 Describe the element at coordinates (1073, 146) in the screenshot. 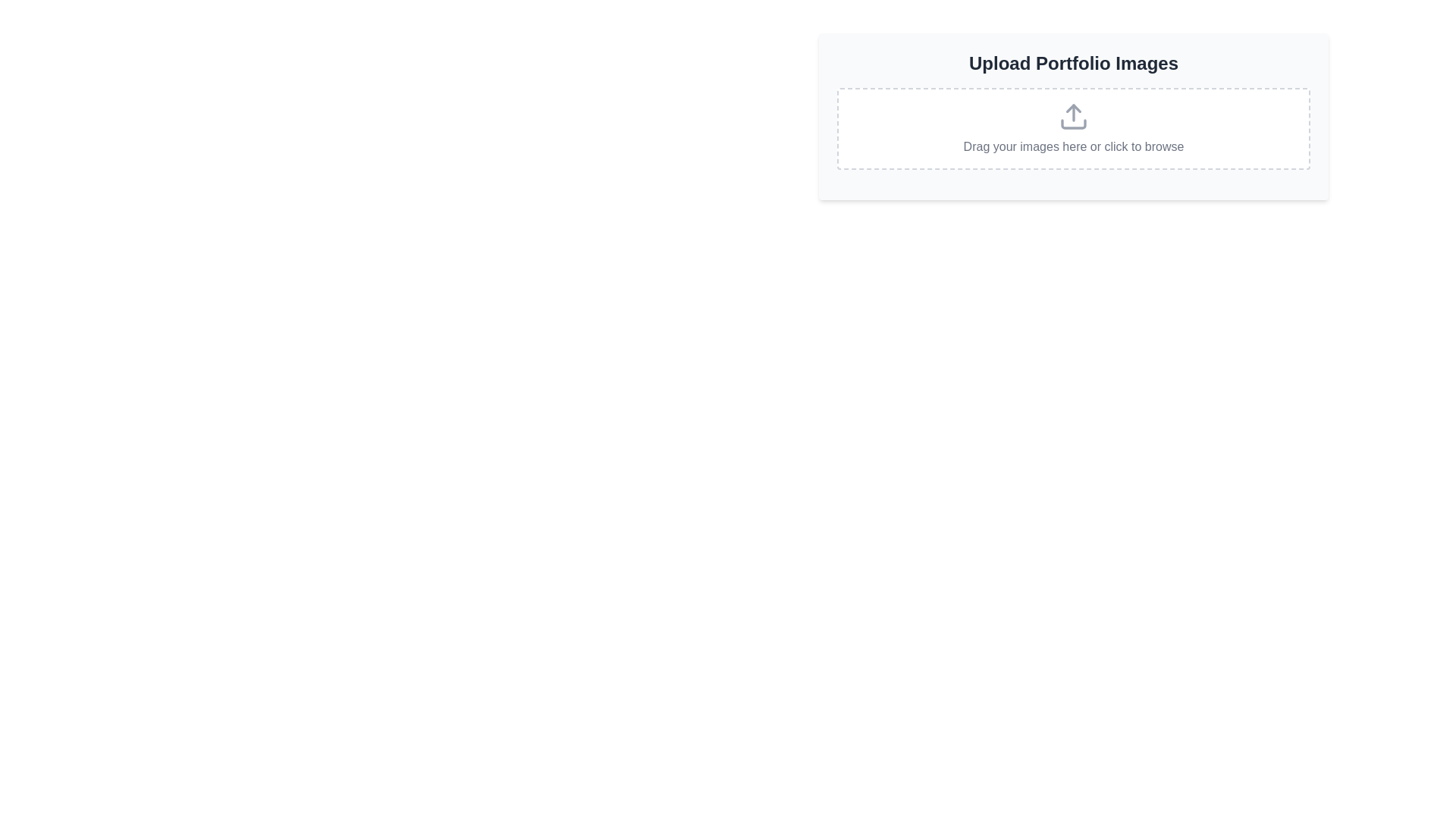

I see `the instructional text labeled 'Drag your images here or click to browse'` at that location.